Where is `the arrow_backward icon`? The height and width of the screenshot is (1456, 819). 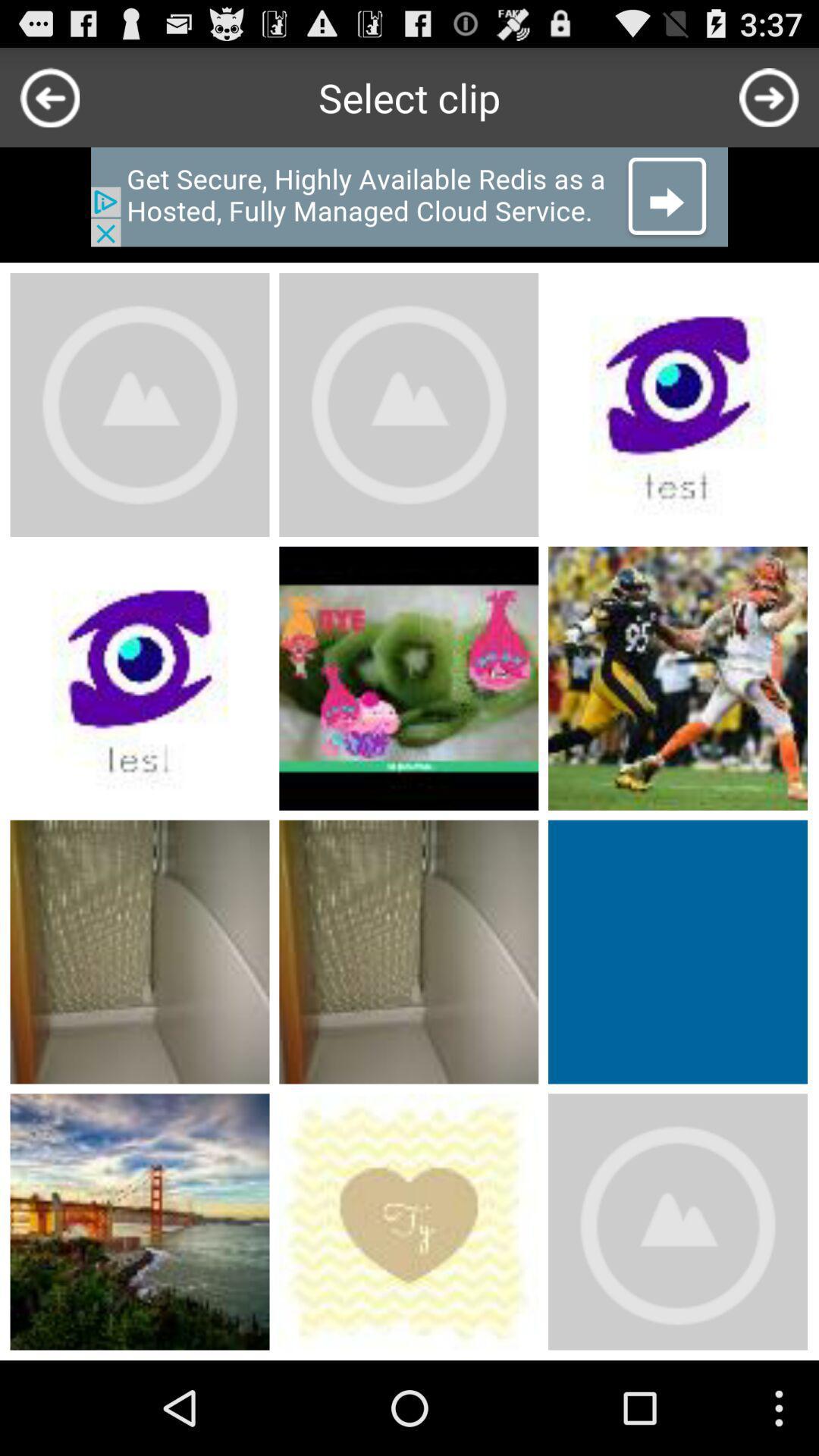
the arrow_backward icon is located at coordinates (49, 103).